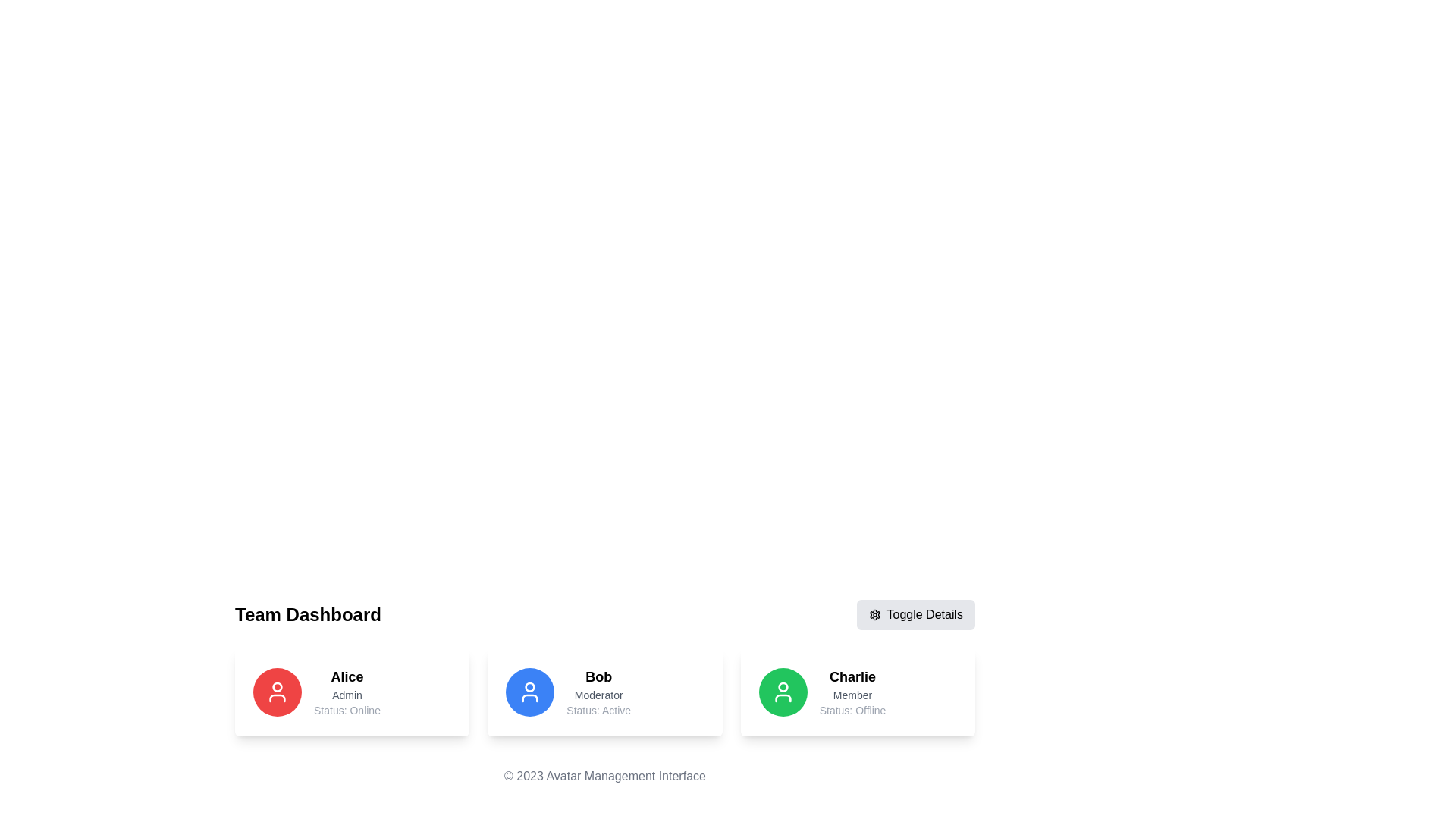 Image resolution: width=1456 pixels, height=819 pixels. I want to click on the information displayed on the first card in the grid layout, which features a red circular icon with a user symbol and vertical text showing 'Alice', 'Admin', and 'Status: Online', so click(351, 692).